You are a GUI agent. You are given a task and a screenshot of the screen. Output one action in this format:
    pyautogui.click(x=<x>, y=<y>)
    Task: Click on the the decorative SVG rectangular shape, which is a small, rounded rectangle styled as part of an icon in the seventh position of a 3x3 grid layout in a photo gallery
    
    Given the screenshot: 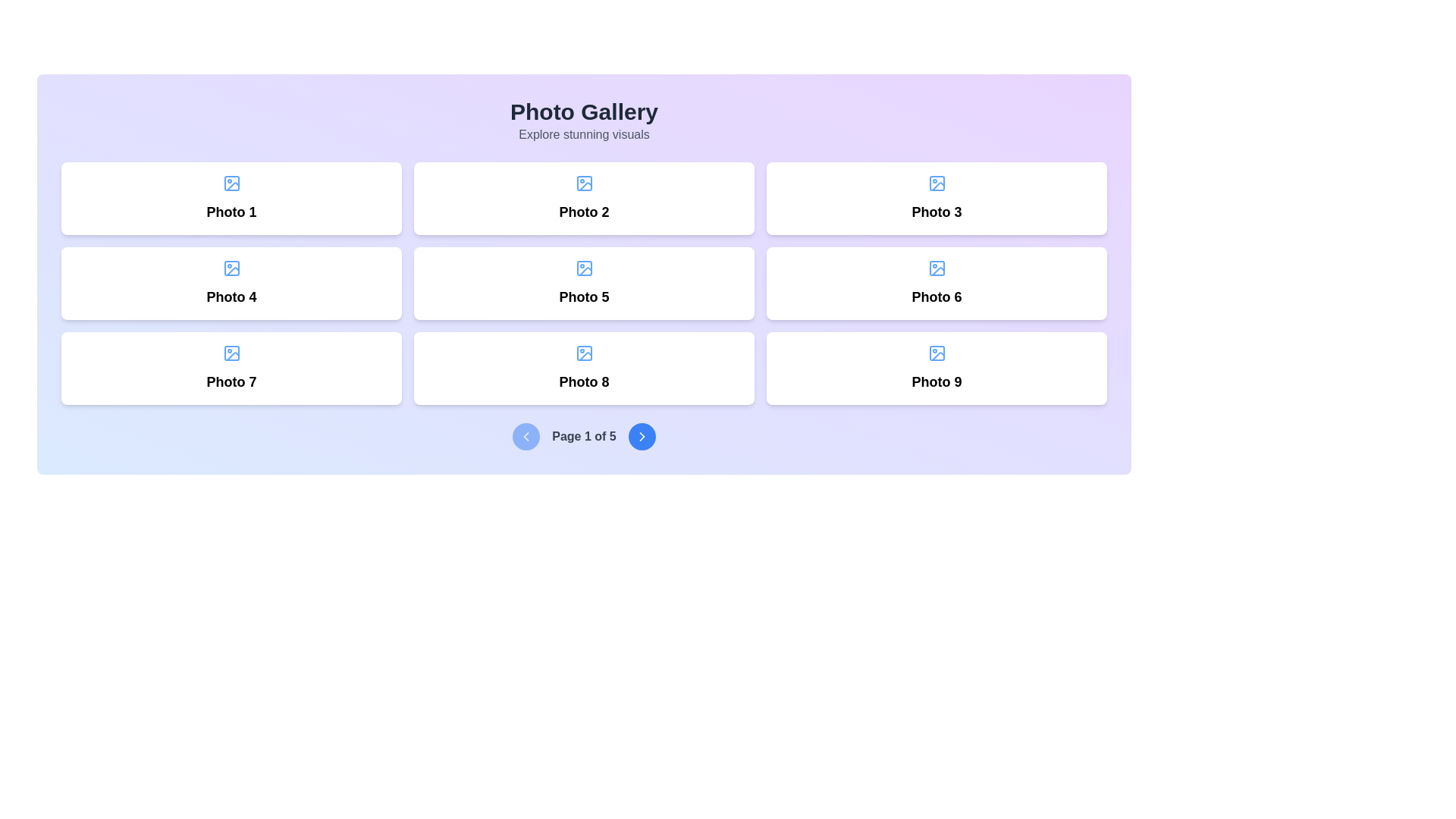 What is the action you would take?
    pyautogui.click(x=231, y=353)
    